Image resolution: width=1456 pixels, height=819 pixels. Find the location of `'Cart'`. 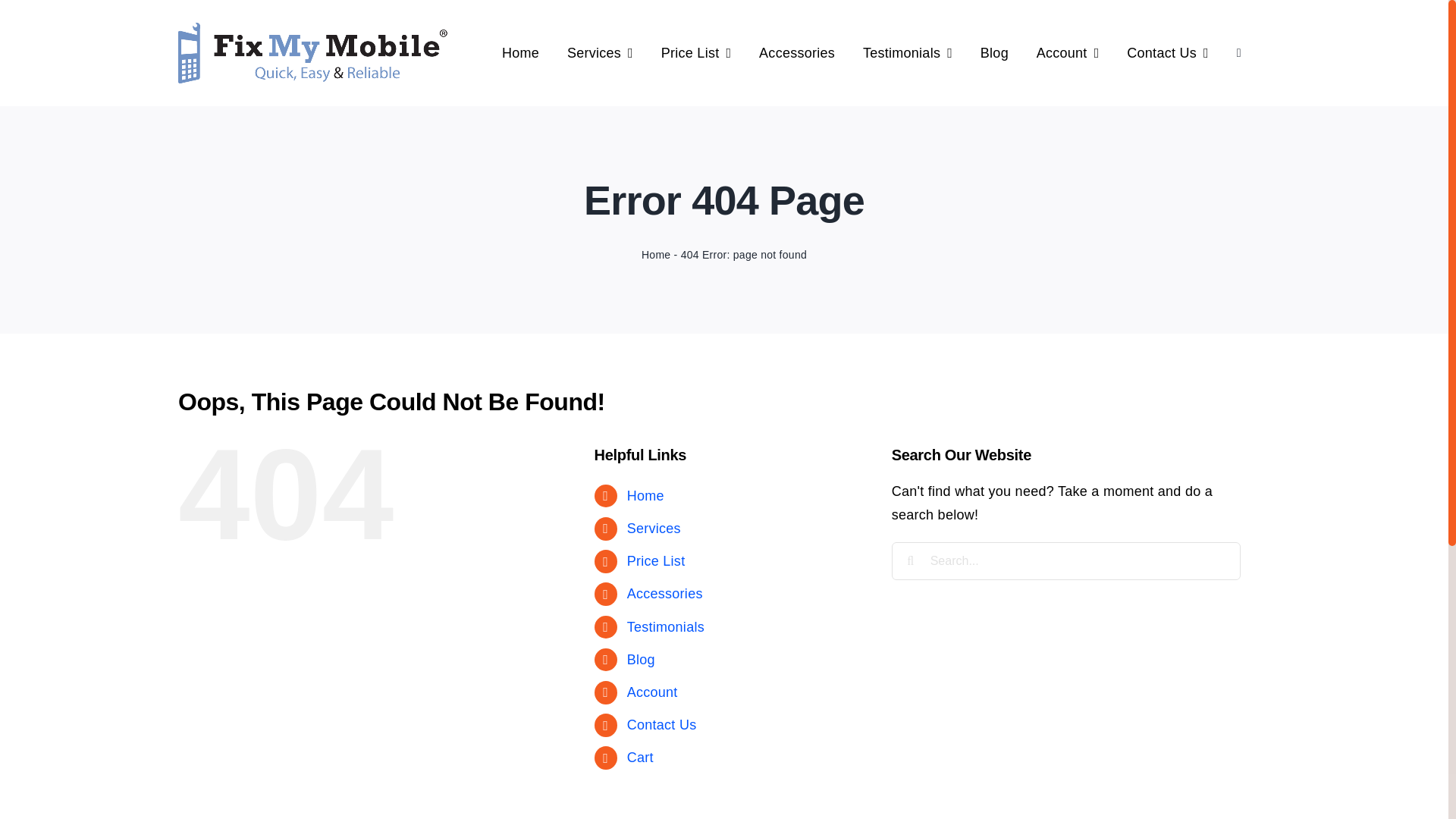

'Cart' is located at coordinates (640, 758).